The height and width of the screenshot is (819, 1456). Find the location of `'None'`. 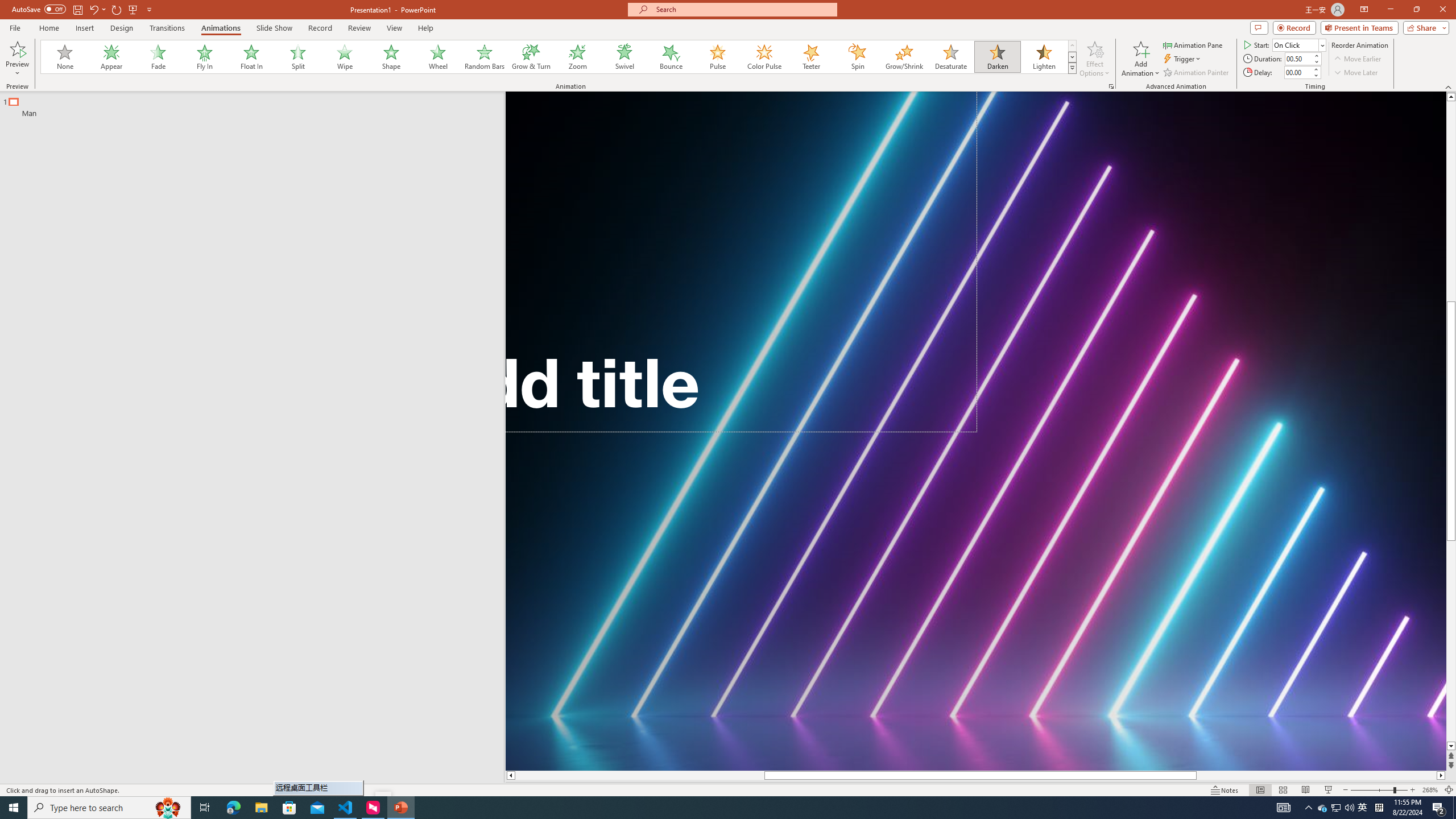

'None' is located at coordinates (65, 56).